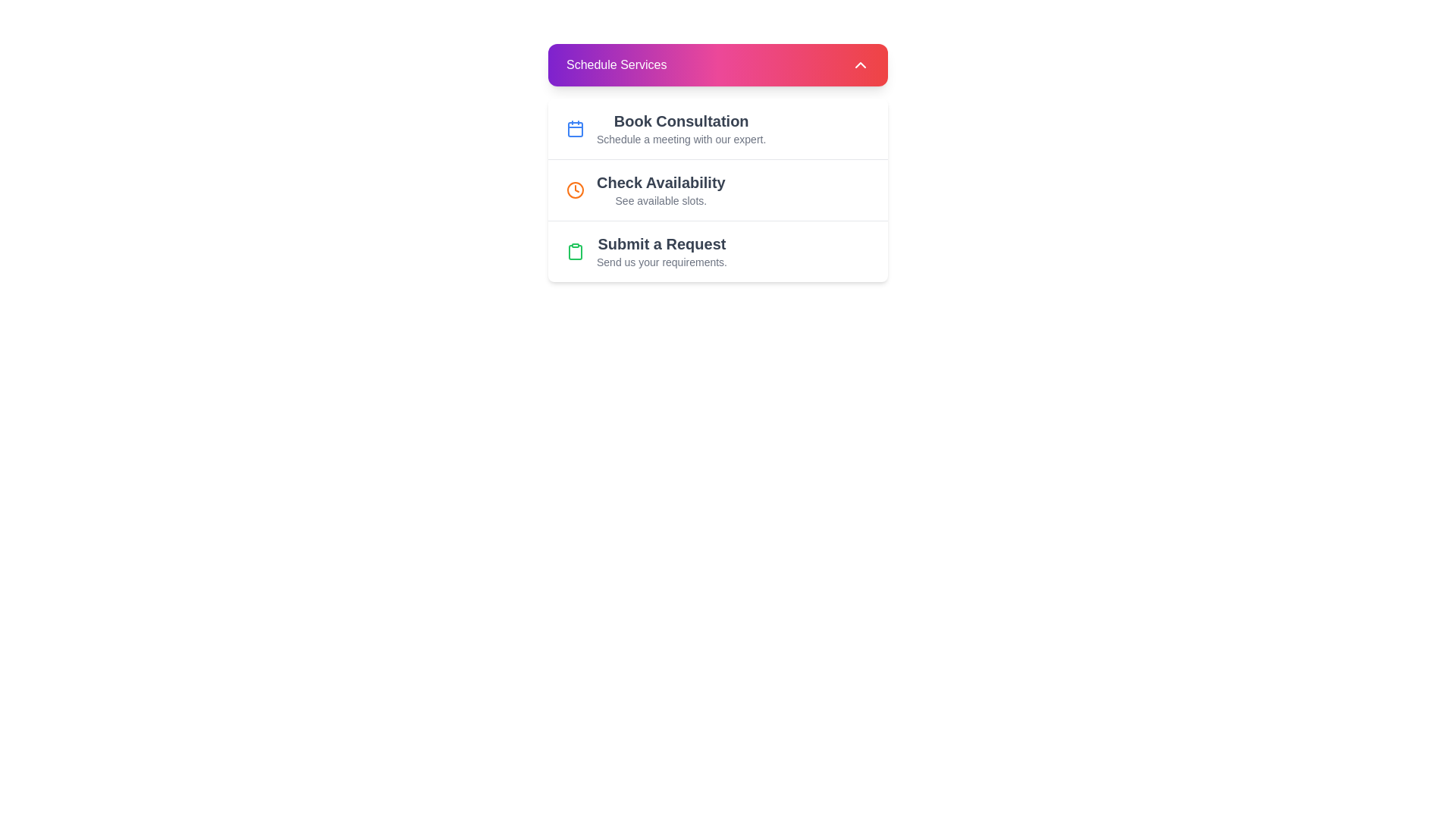  Describe the element at coordinates (717, 189) in the screenshot. I see `the second List item with icon and text under the 'Schedule Services' header` at that location.